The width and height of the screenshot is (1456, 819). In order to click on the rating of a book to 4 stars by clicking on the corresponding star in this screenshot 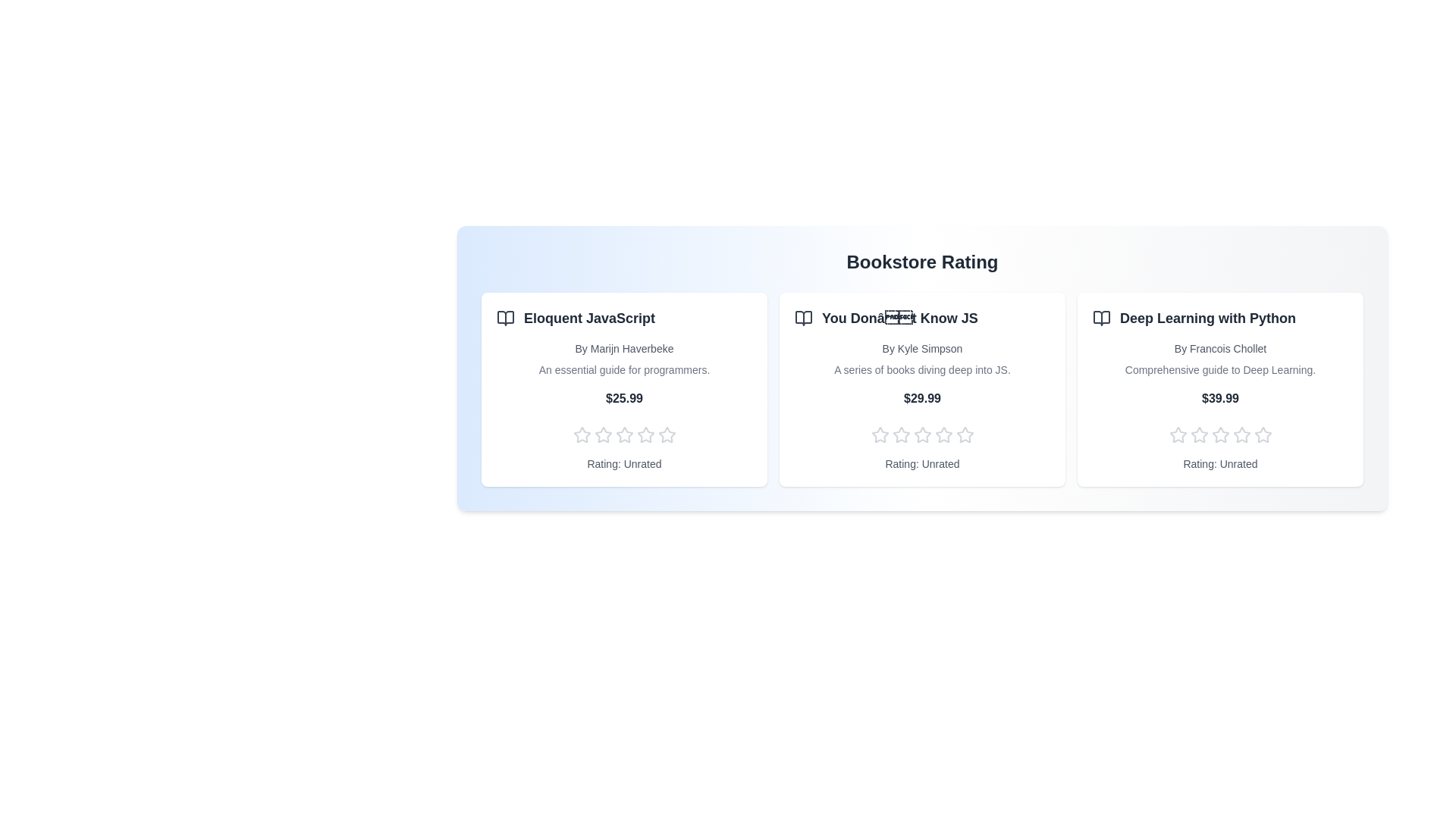, I will do `click(645, 435)`.